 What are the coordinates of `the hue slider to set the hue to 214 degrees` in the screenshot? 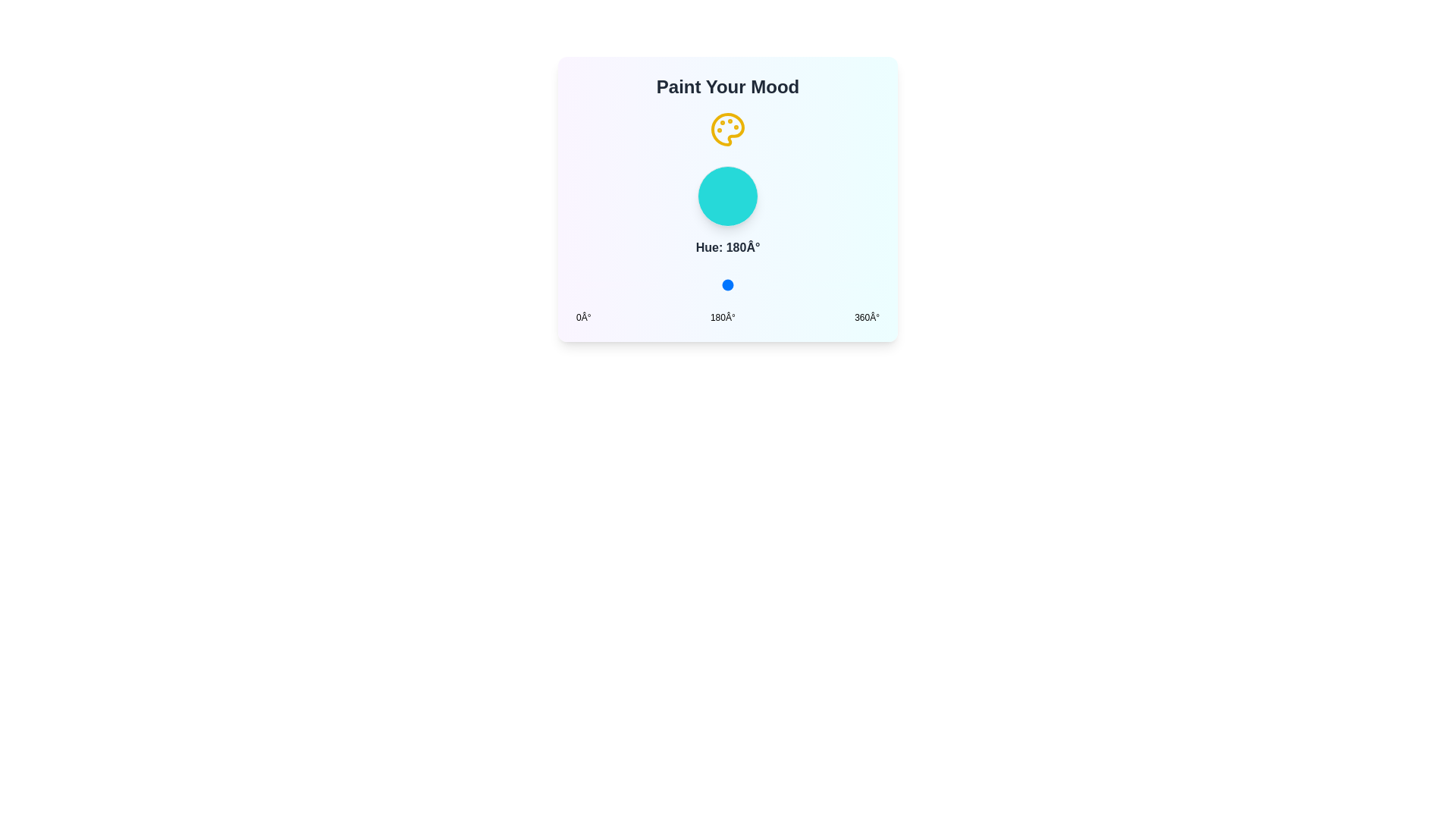 It's located at (756, 284).